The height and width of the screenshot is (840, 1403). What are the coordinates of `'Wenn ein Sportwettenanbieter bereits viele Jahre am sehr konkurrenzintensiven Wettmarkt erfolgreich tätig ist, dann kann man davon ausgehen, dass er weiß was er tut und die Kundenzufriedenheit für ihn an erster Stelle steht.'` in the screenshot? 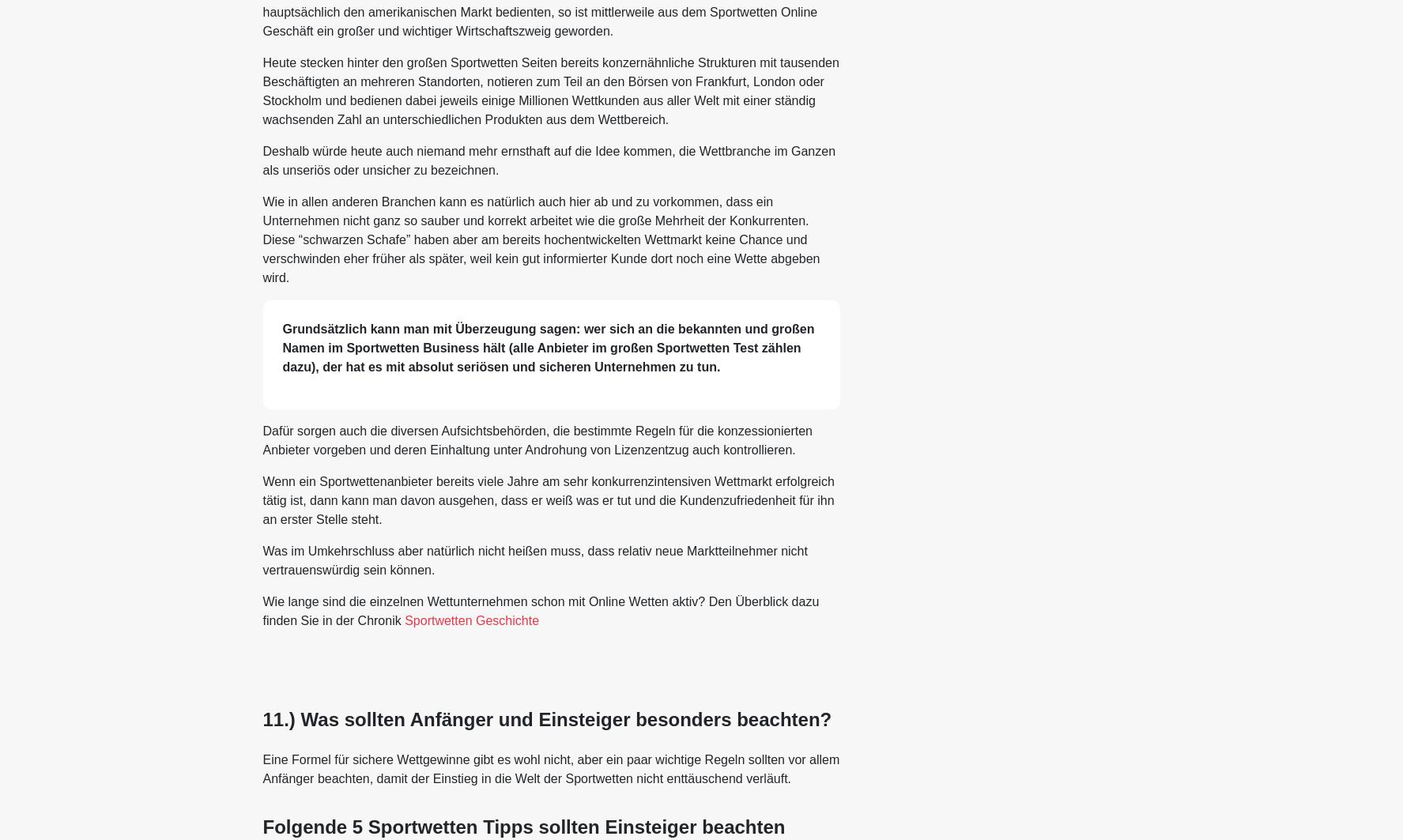 It's located at (547, 499).